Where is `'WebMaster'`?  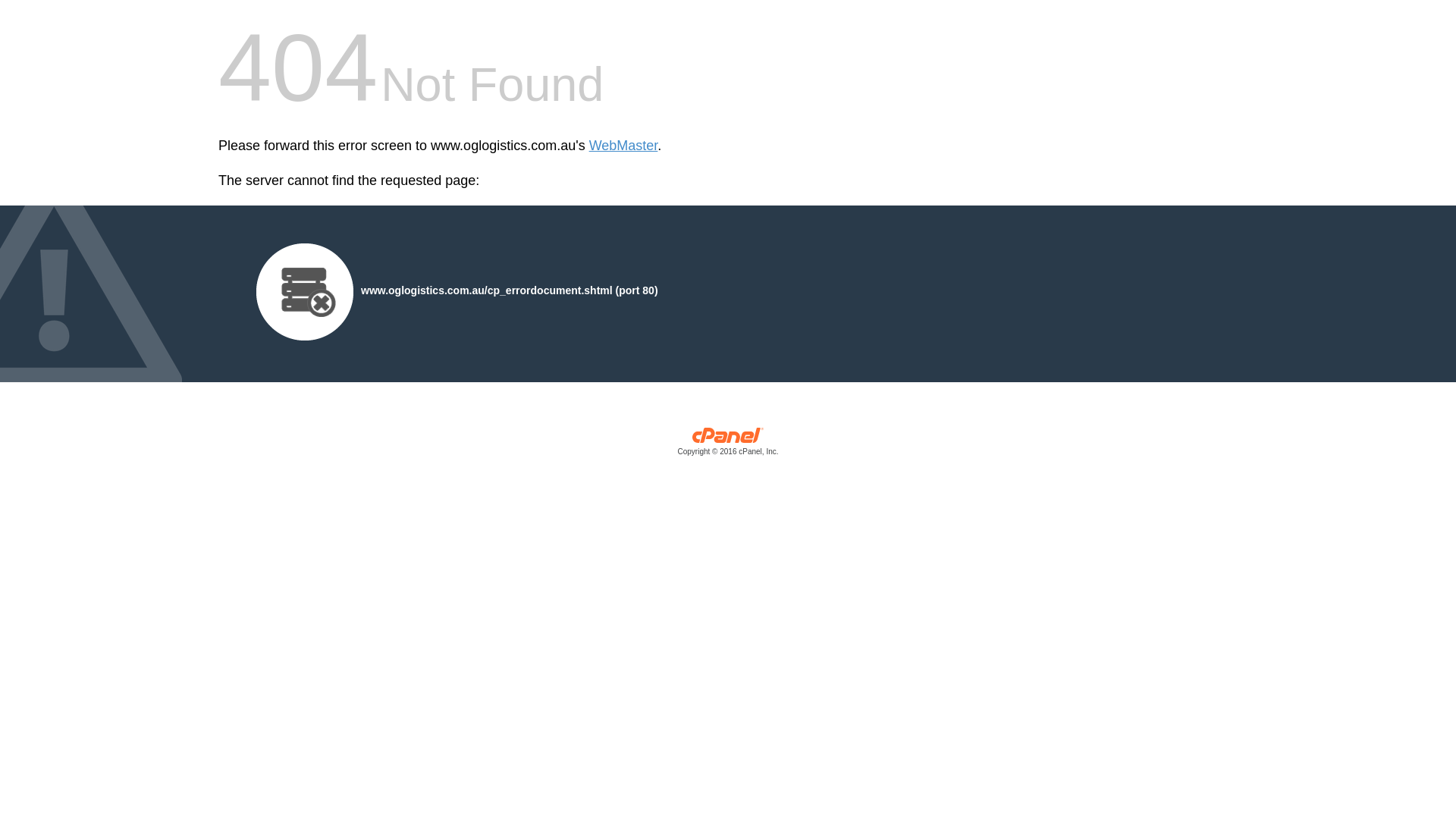 'WebMaster' is located at coordinates (623, 146).